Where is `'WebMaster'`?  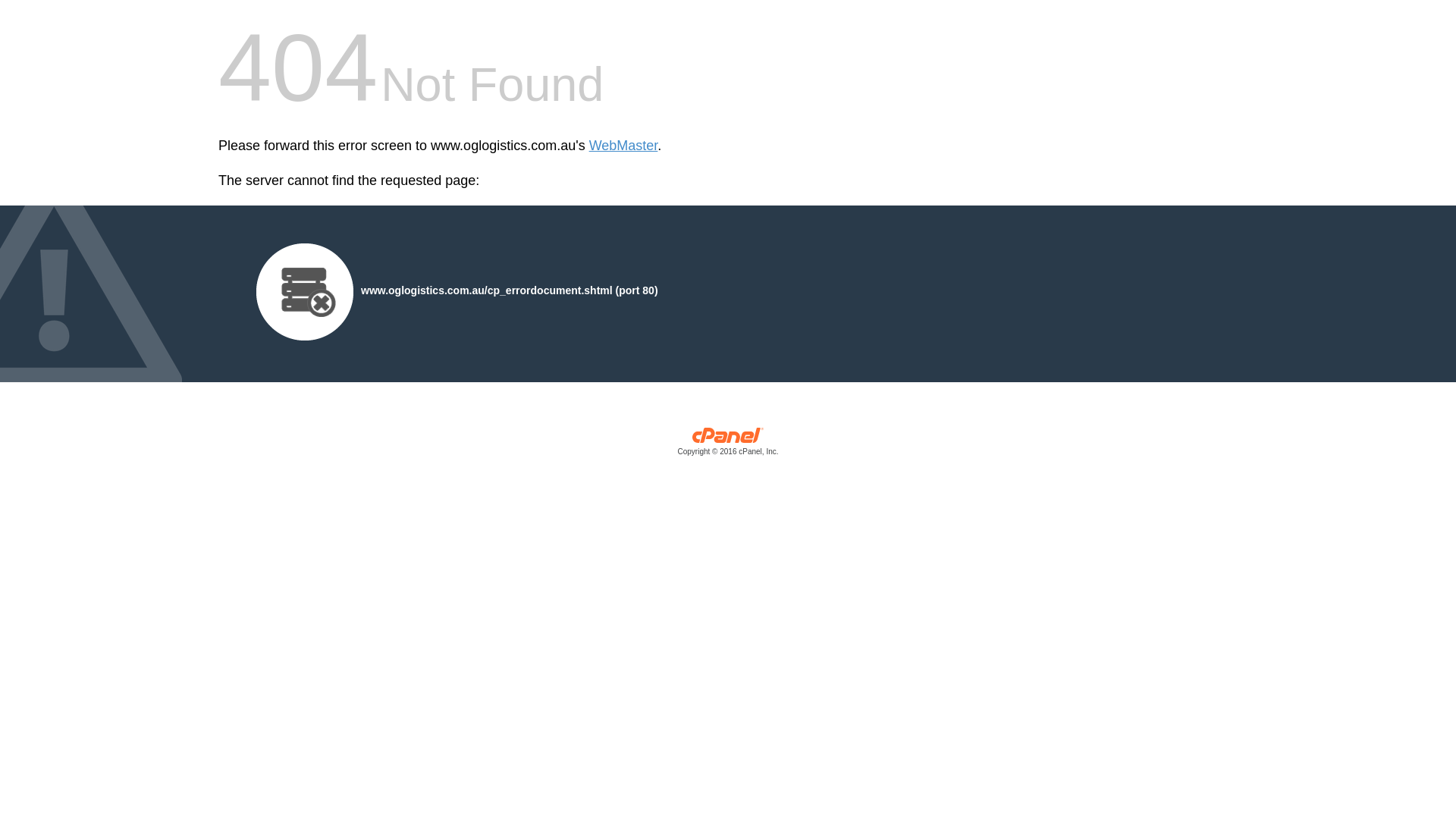 'WebMaster' is located at coordinates (623, 146).